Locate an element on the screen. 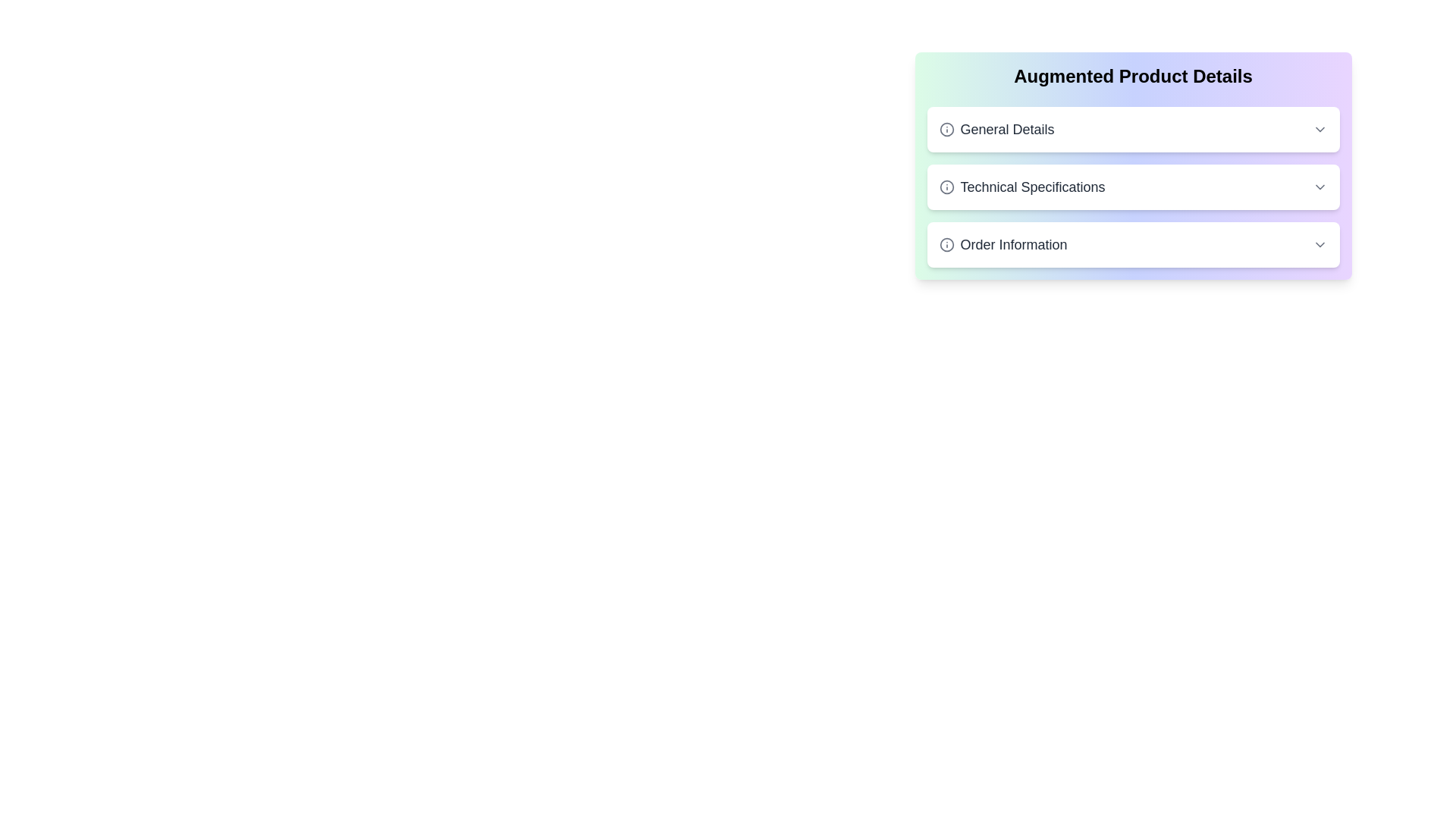 The image size is (1456, 819). the decorative or informative icon representing the 'Order Information' section, located to the left of the text label 'Order Information' is located at coordinates (946, 244).